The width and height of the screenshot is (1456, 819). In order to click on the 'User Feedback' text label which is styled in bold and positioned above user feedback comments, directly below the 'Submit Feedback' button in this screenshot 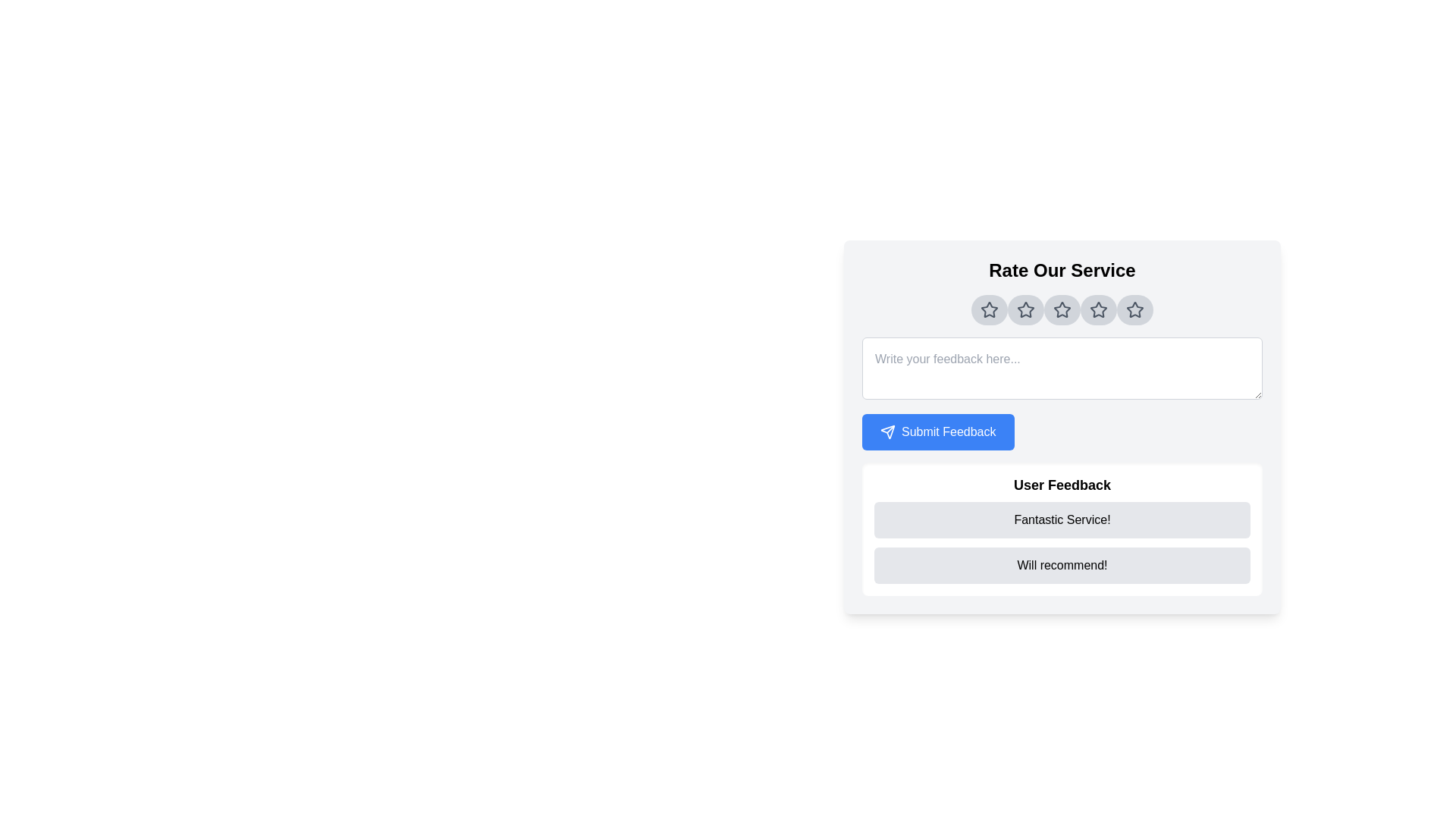, I will do `click(1062, 485)`.